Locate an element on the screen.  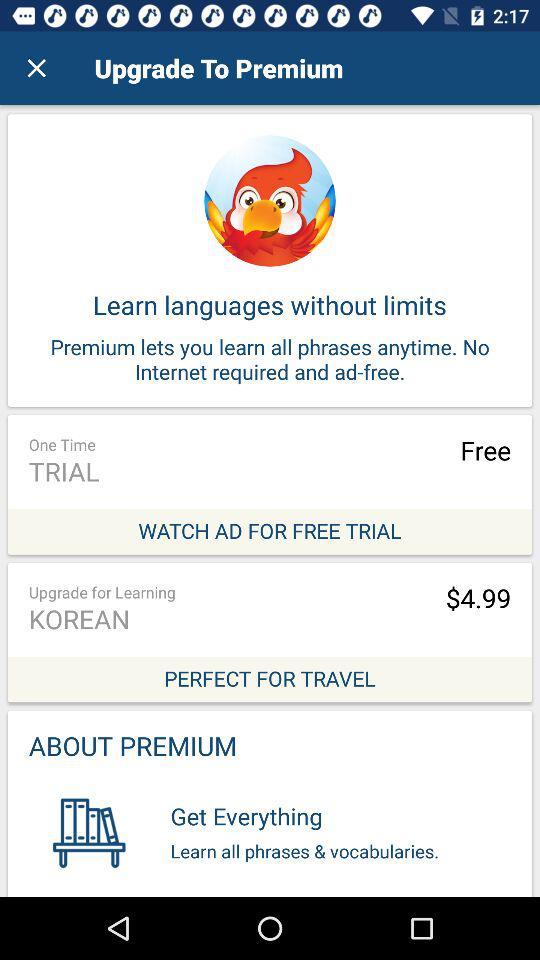
item to the left of upgrade to premium icon is located at coordinates (36, 68).